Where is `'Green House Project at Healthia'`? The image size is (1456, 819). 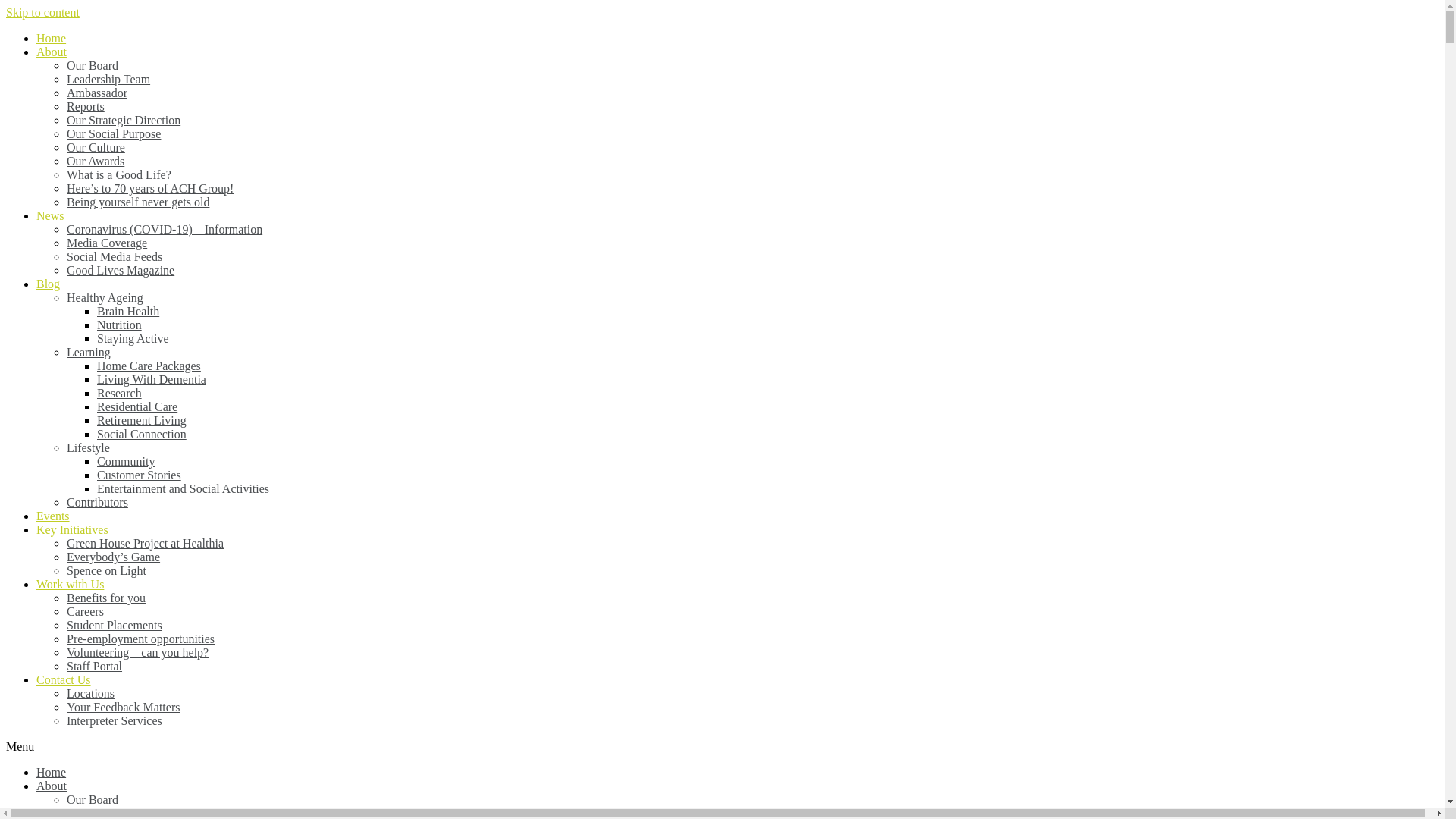 'Green House Project at Healthia' is located at coordinates (145, 542).